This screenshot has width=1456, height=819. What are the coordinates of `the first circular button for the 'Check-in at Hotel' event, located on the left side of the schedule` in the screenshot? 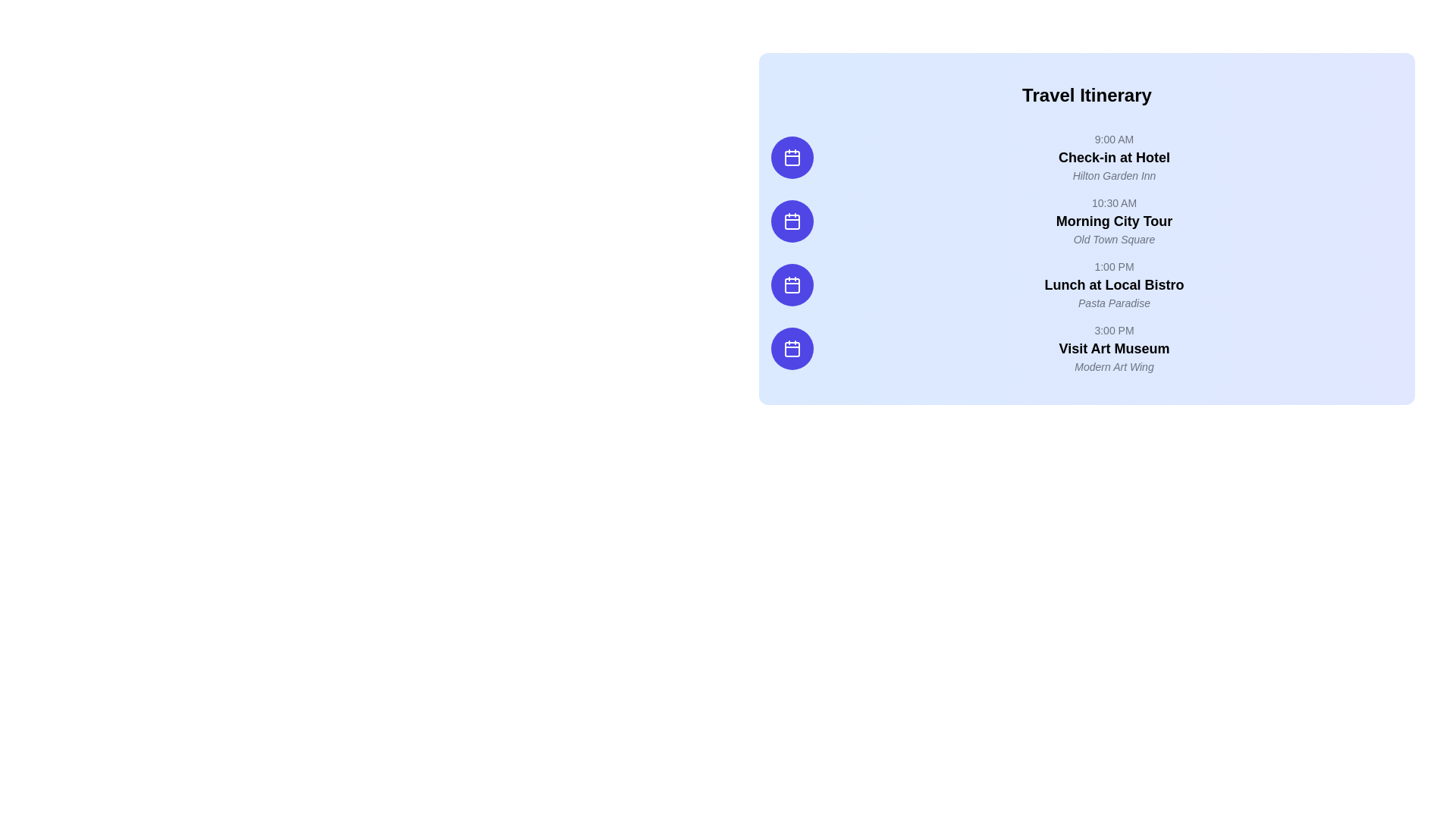 It's located at (792, 158).